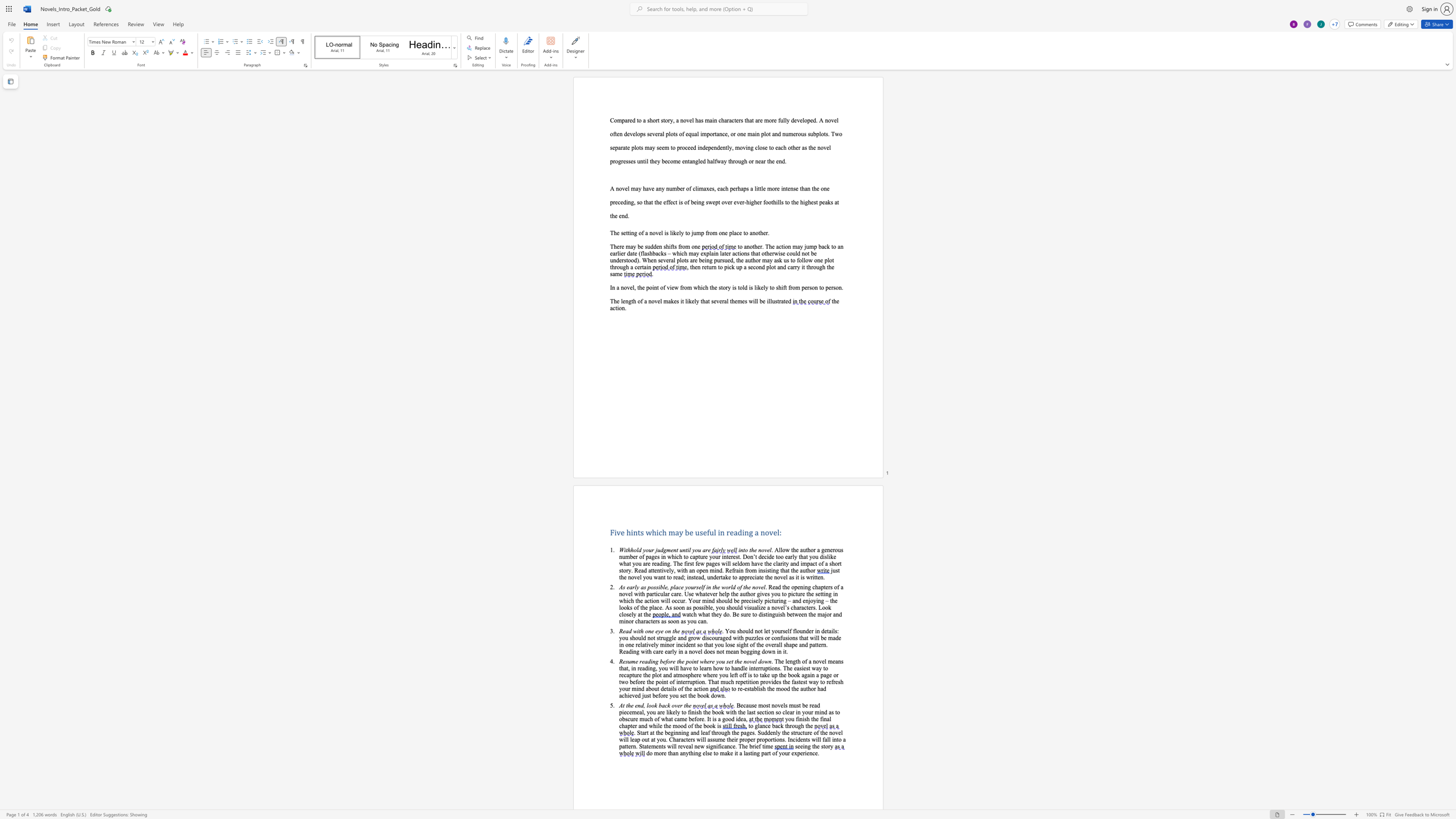  I want to click on the space between the continuous character "i" and "o" in the text, so click(619, 307).